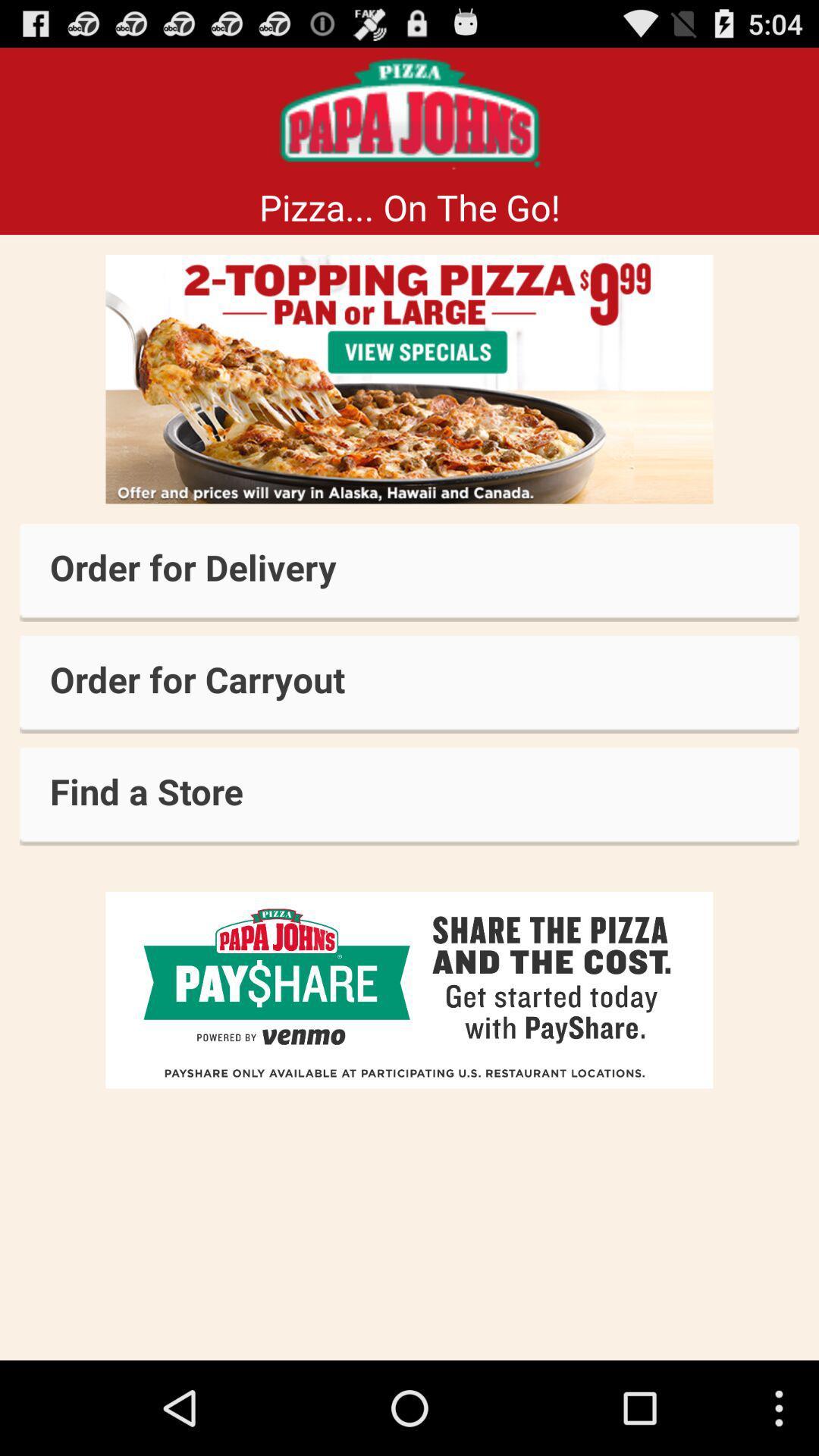 Image resolution: width=819 pixels, height=1456 pixels. Describe the element at coordinates (409, 795) in the screenshot. I see `the button below order for carryout` at that location.